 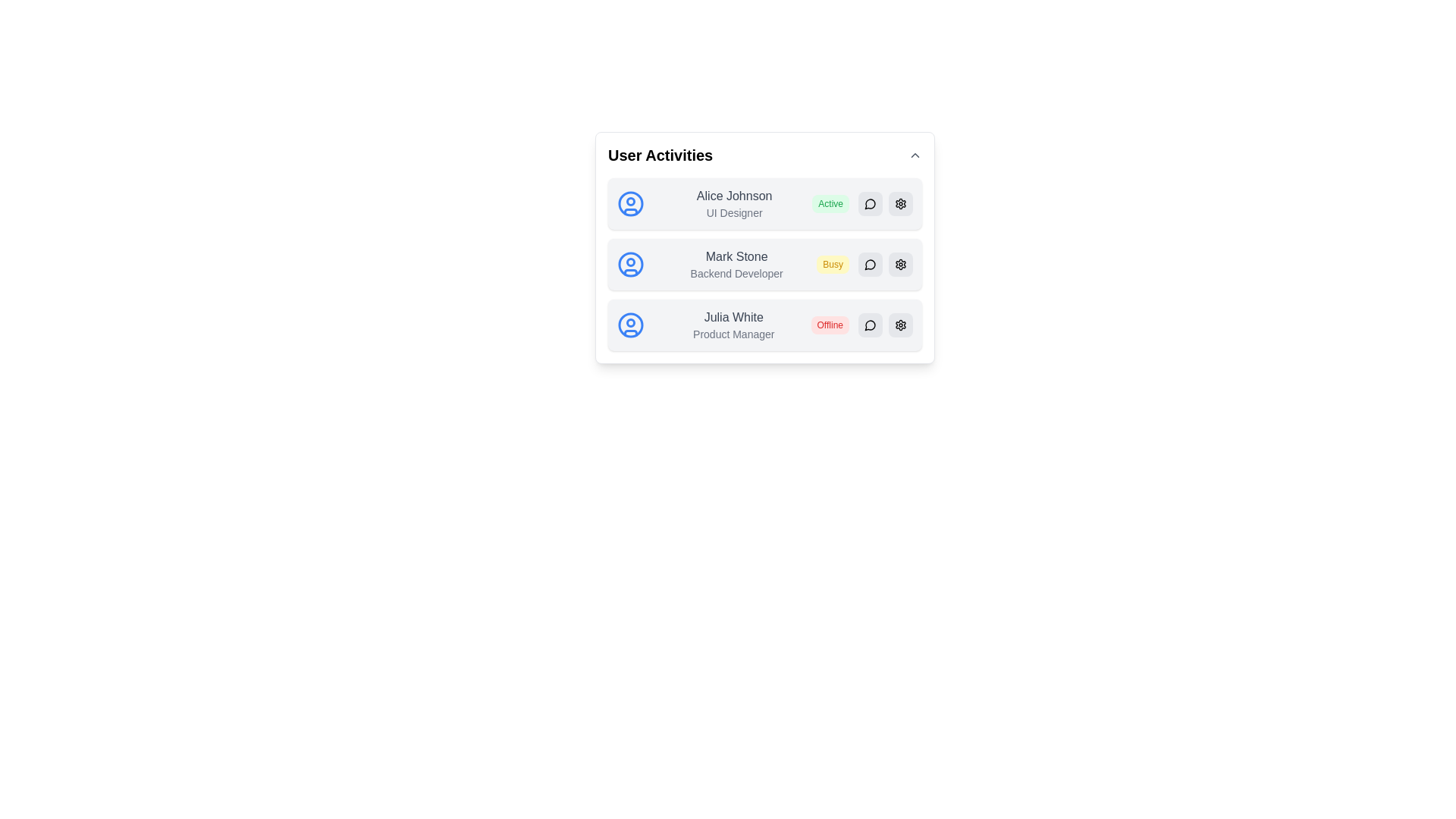 I want to click on the label displaying 'Julia White' and 'Product Manager' in the 'User Activities' list, located between the blue user icon and the status badge, so click(x=733, y=324).